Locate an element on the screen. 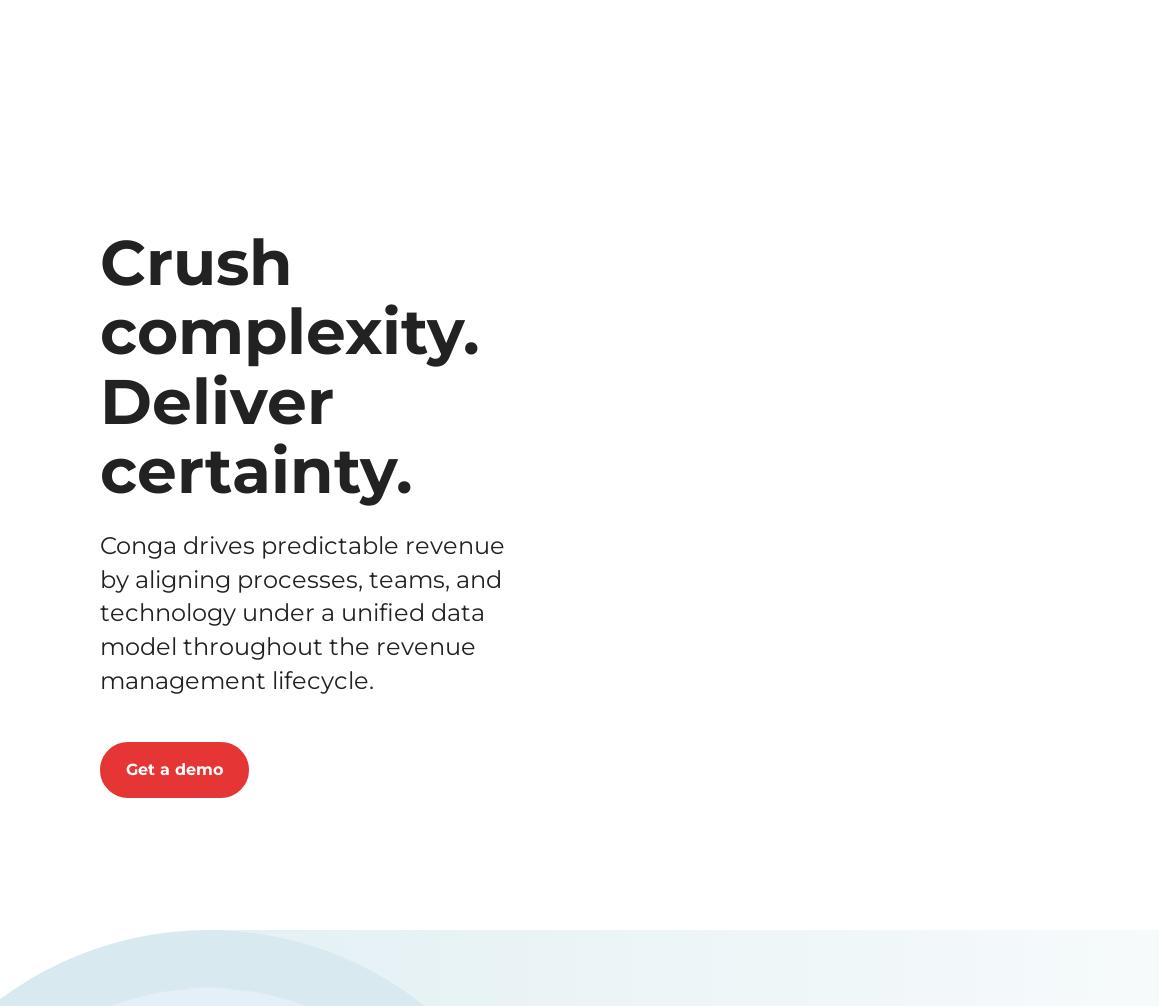  'Privacy Policy' is located at coordinates (506, 789).